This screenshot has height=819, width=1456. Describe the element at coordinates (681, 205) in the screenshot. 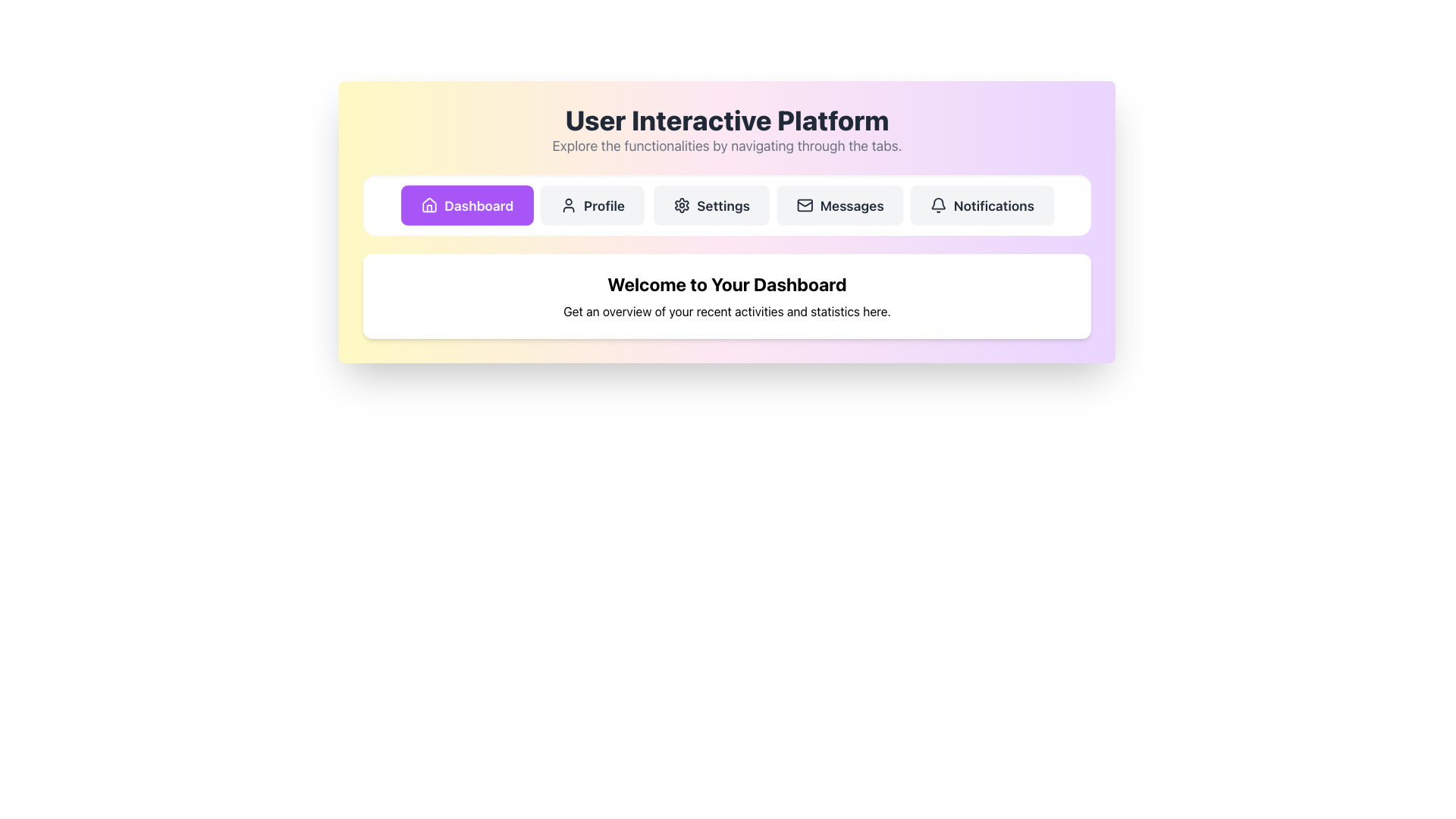

I see `the settings icon located in the navigation bar, visually represented by a gear or cog, positioned to the left of the 'Settings' text` at that location.